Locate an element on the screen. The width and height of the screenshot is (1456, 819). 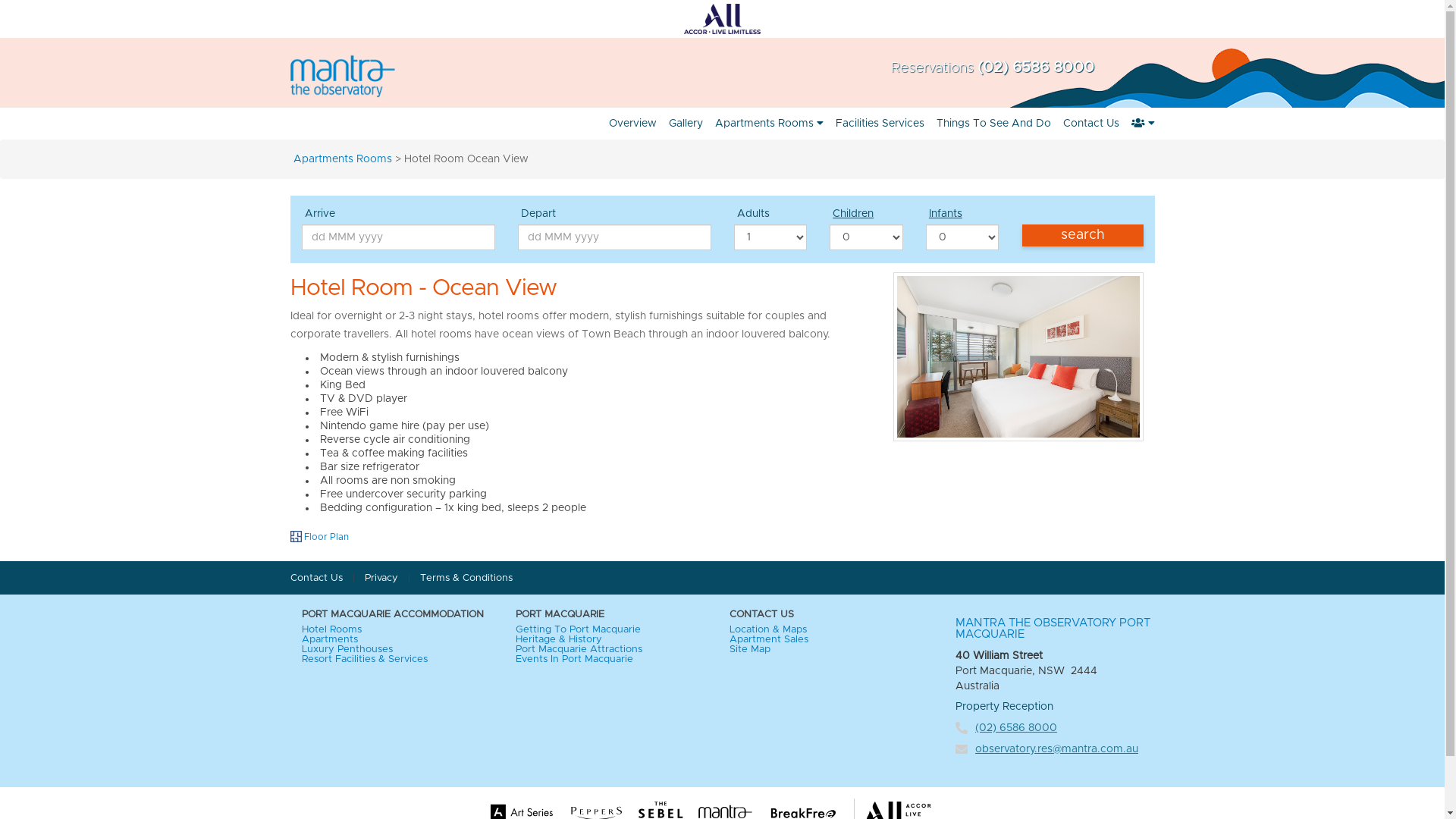
'Location & Maps' is located at coordinates (729, 629).